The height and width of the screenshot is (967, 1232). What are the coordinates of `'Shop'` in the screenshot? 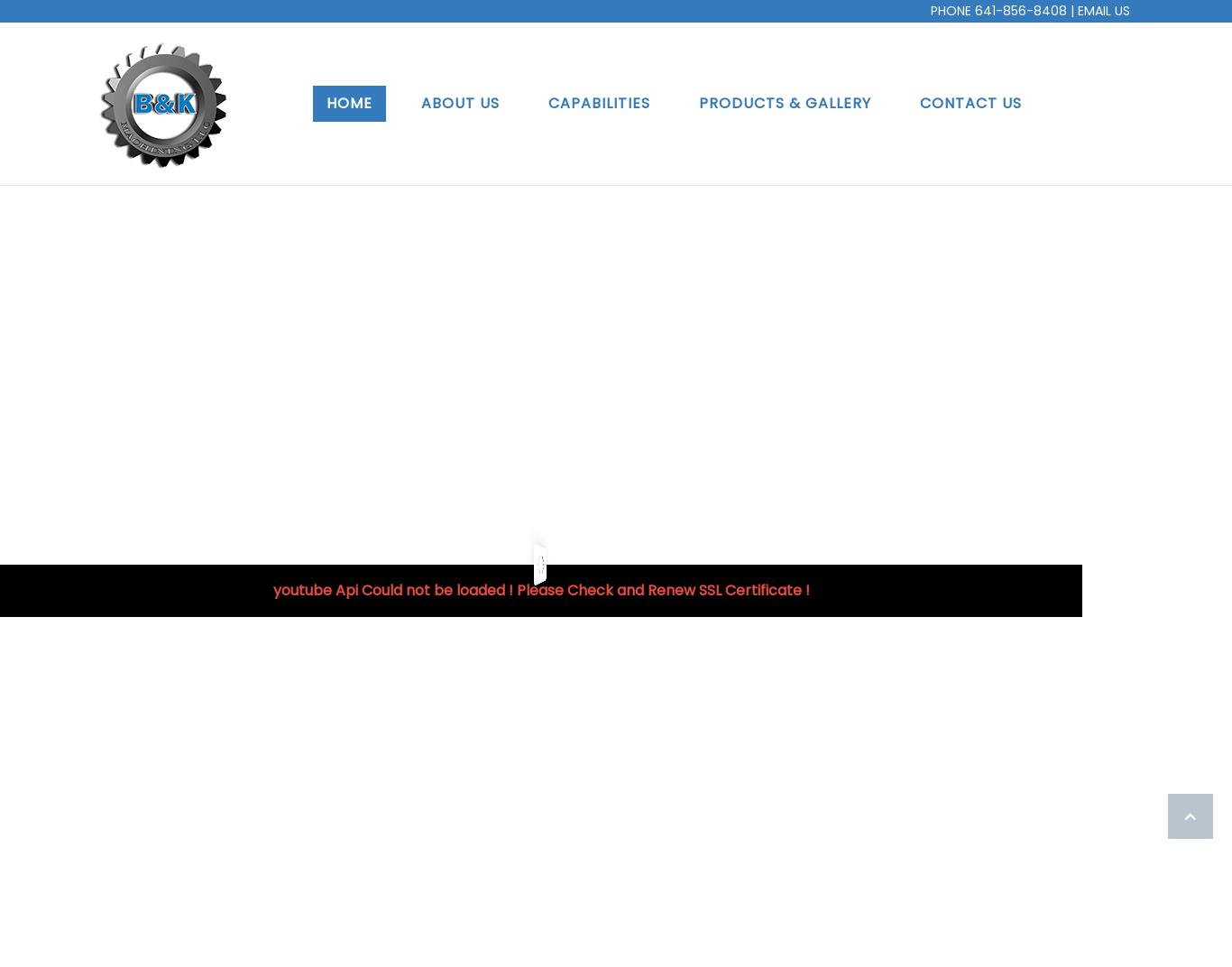 It's located at (730, 256).